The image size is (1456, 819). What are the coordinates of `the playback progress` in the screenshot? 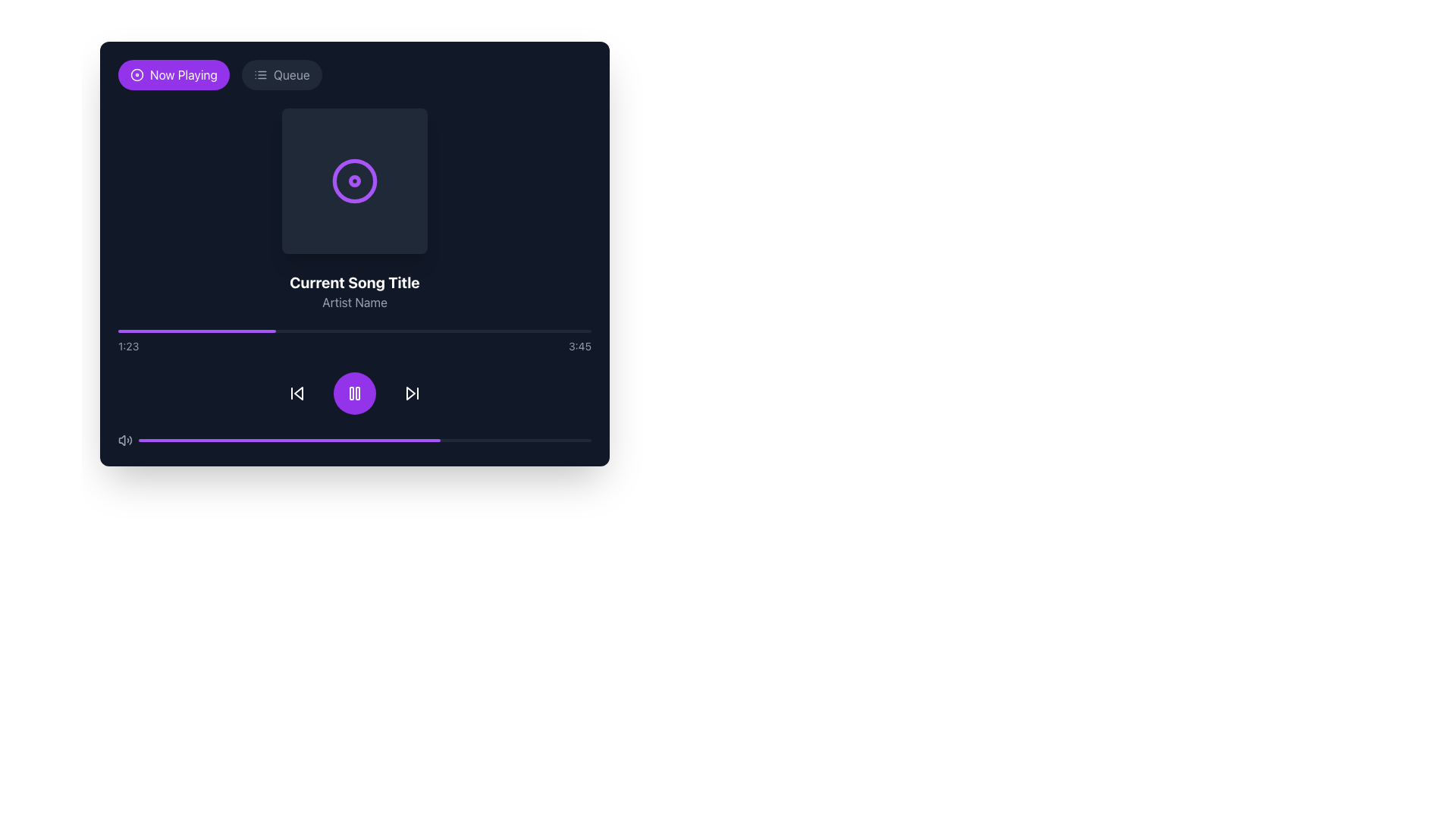 It's located at (439, 330).